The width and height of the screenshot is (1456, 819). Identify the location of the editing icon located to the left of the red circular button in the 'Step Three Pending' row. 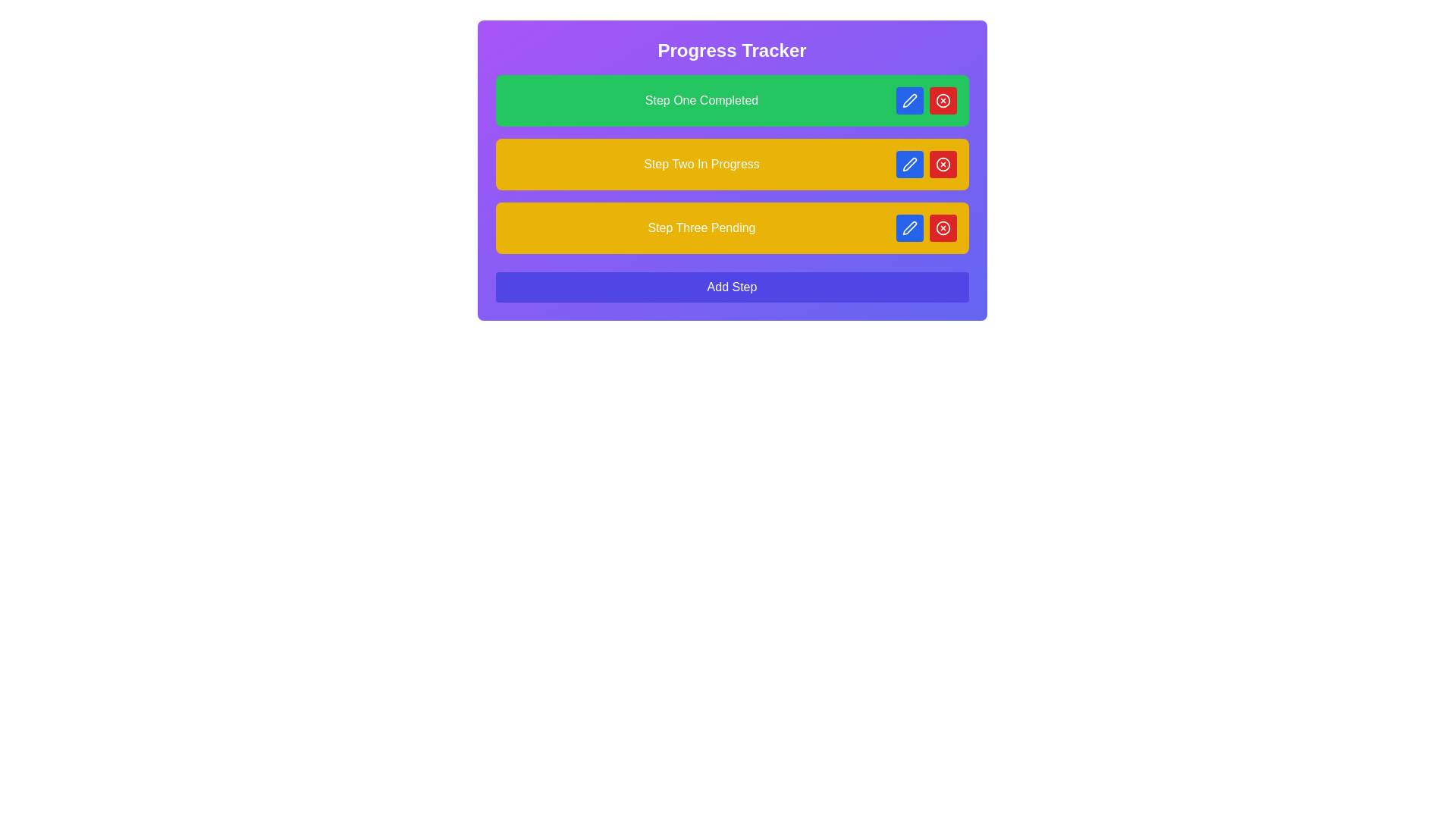
(909, 227).